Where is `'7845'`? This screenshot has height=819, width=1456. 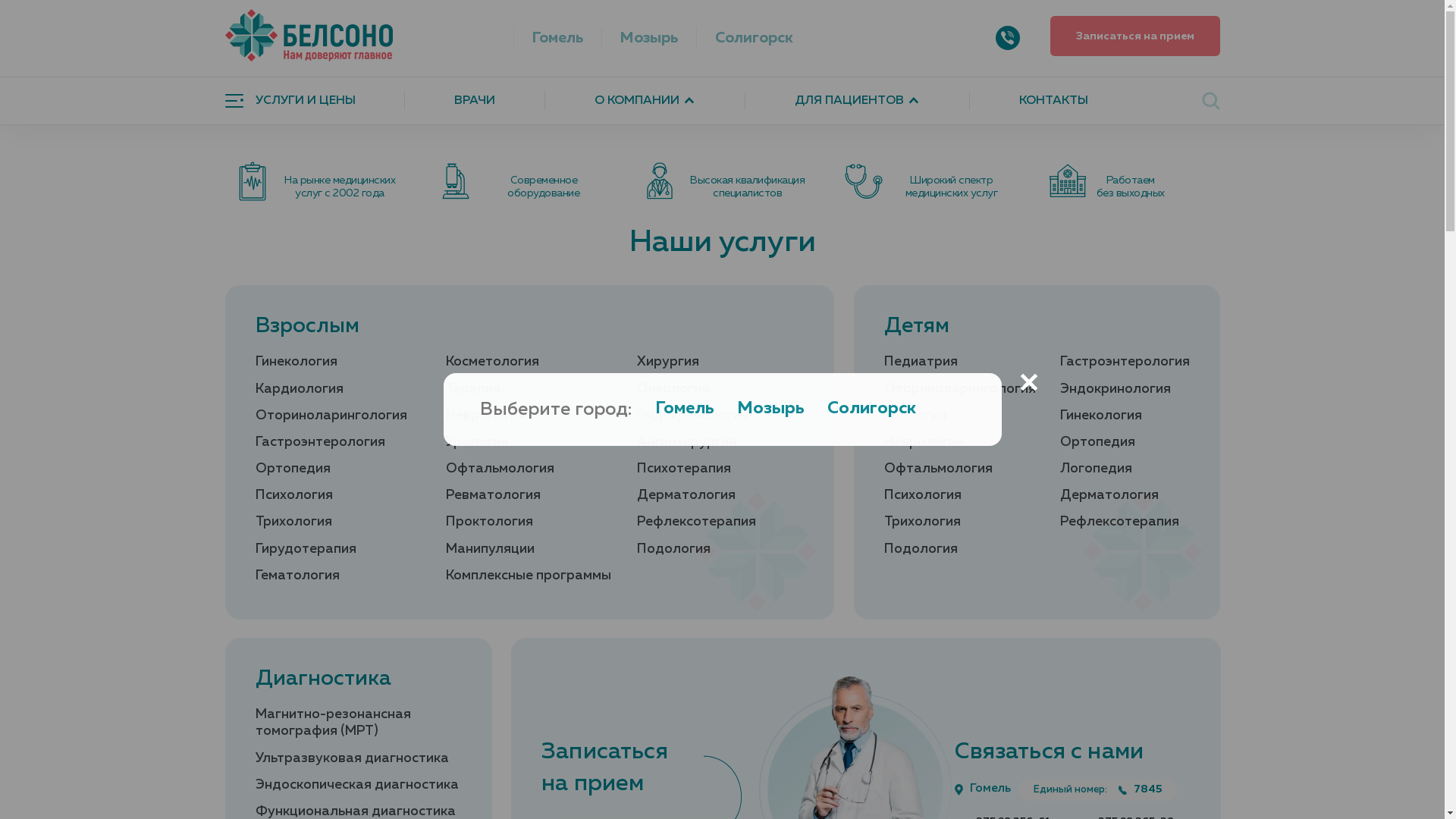 '7845' is located at coordinates (1140, 789).